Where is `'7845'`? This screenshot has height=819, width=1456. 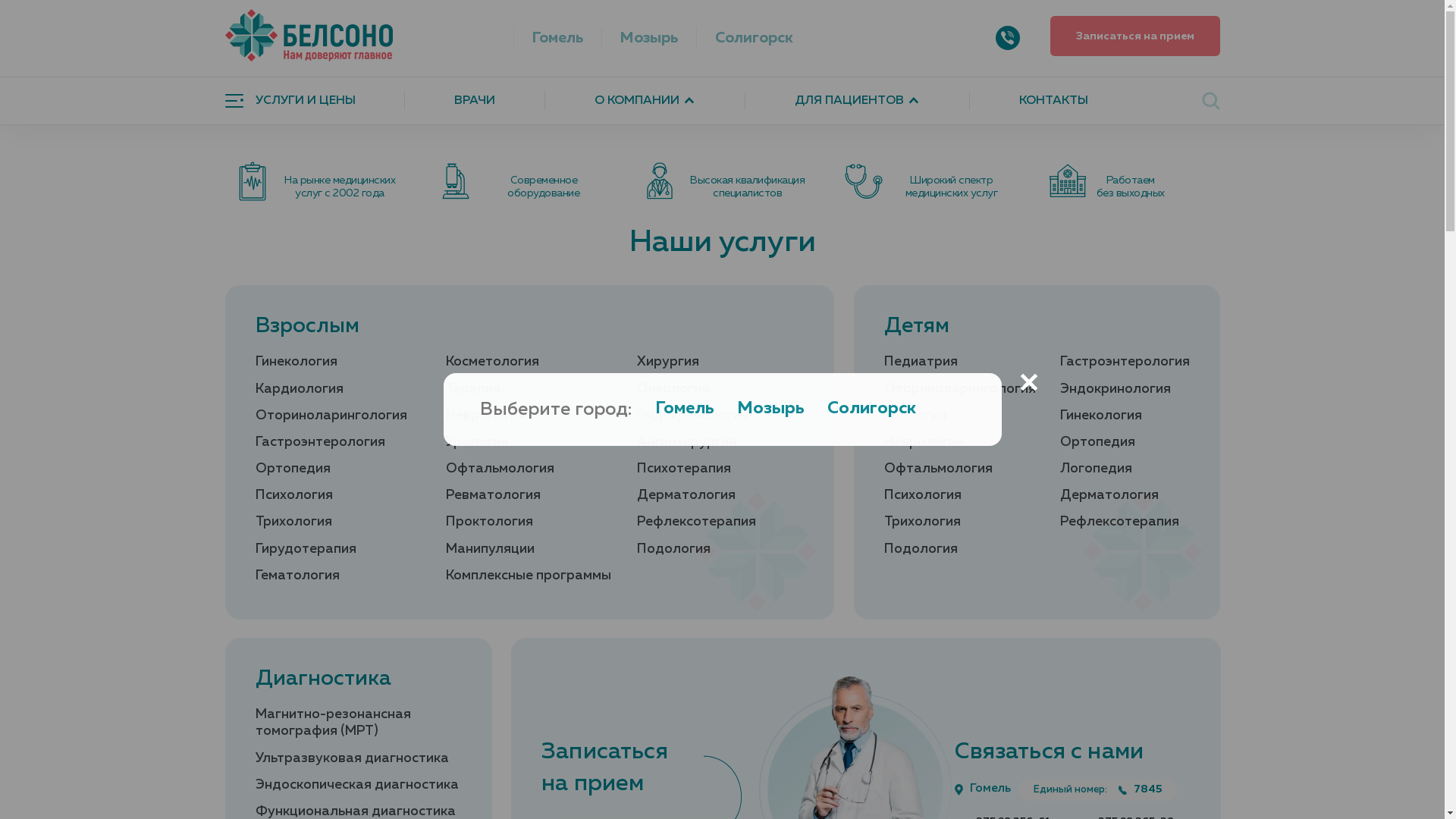 '7845' is located at coordinates (1140, 789).